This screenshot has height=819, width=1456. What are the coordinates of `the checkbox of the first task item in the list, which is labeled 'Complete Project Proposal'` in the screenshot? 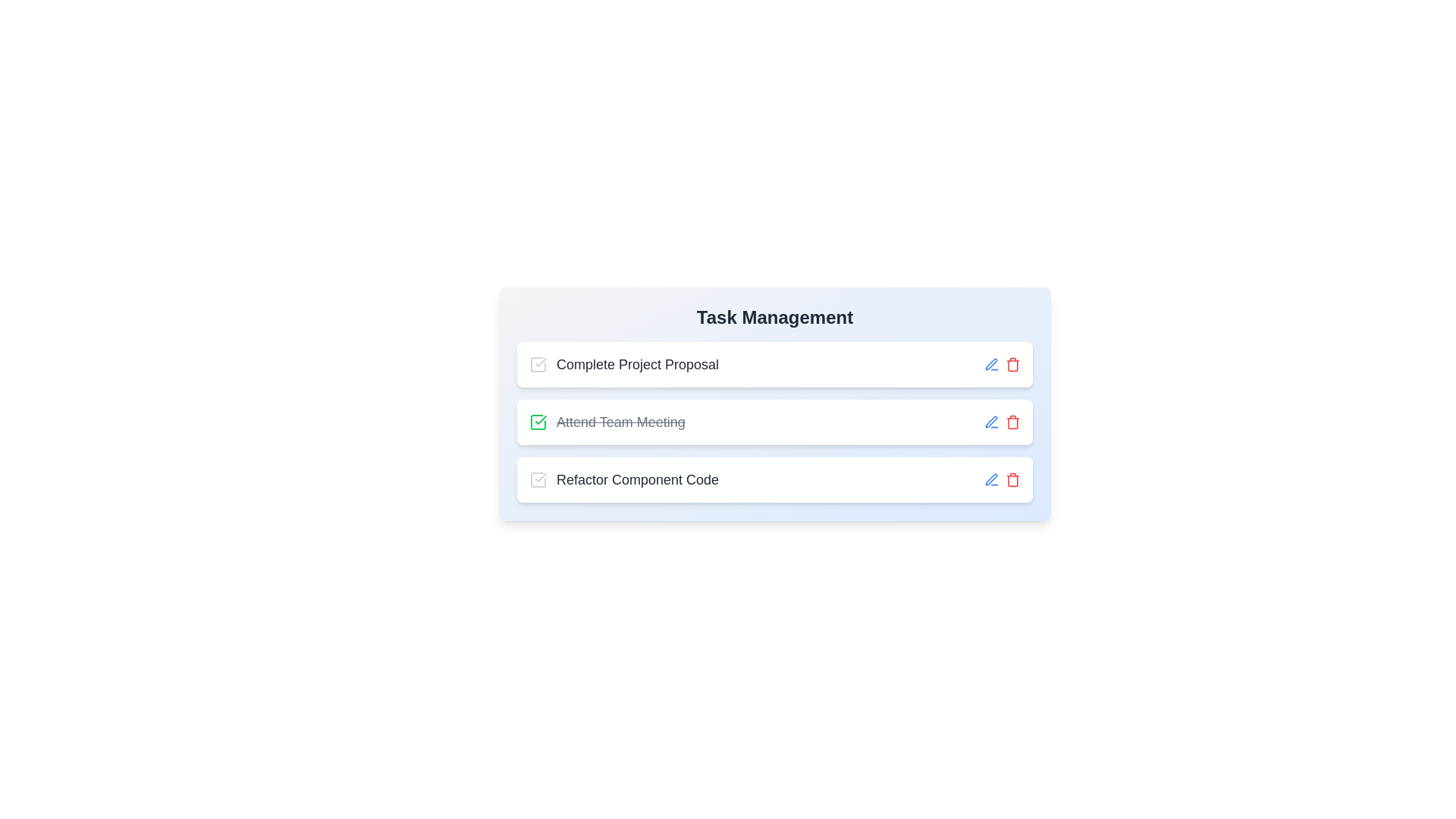 It's located at (775, 365).